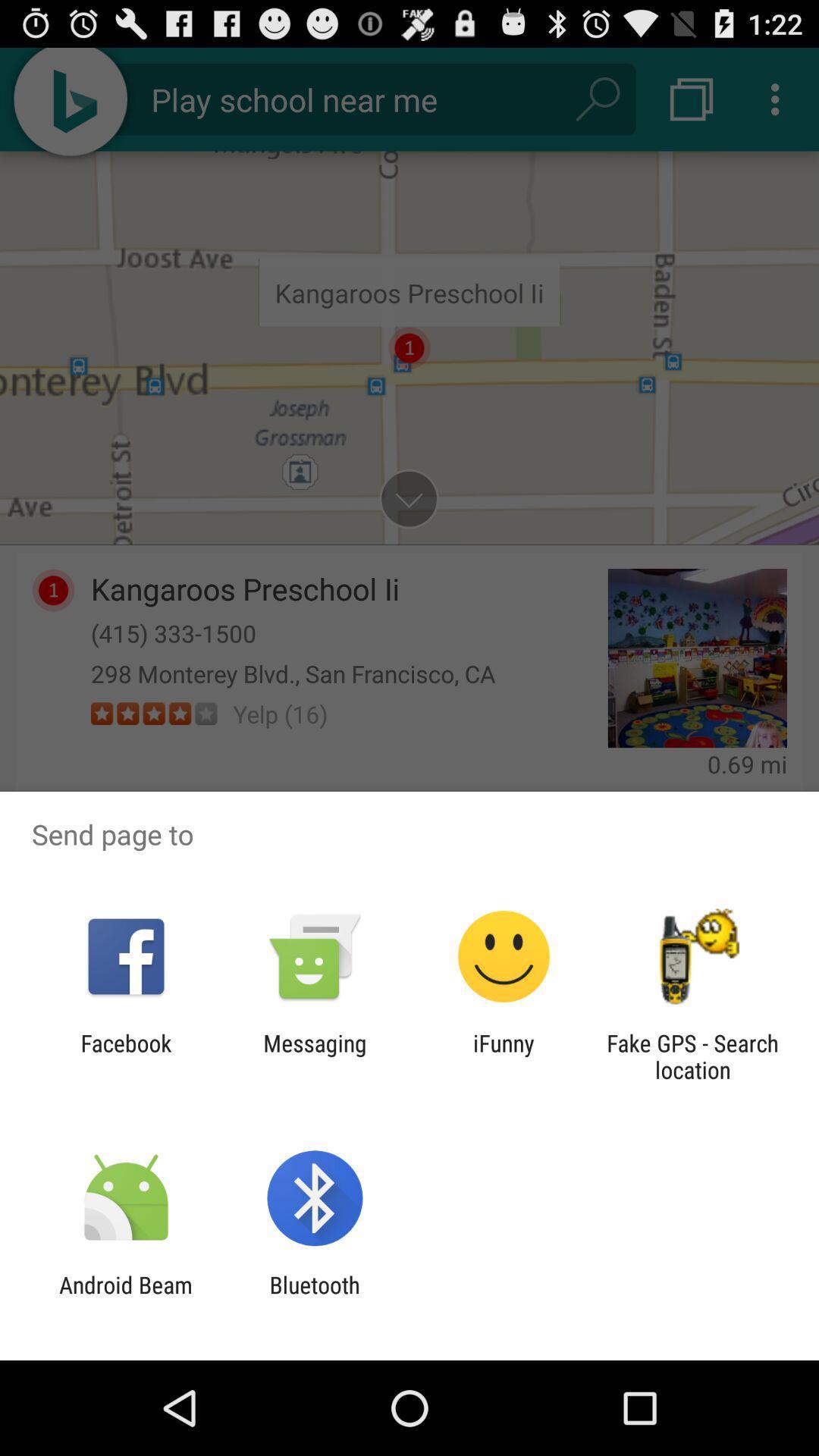 Image resolution: width=819 pixels, height=1456 pixels. Describe the element at coordinates (314, 1056) in the screenshot. I see `app to the left of ifunny app` at that location.